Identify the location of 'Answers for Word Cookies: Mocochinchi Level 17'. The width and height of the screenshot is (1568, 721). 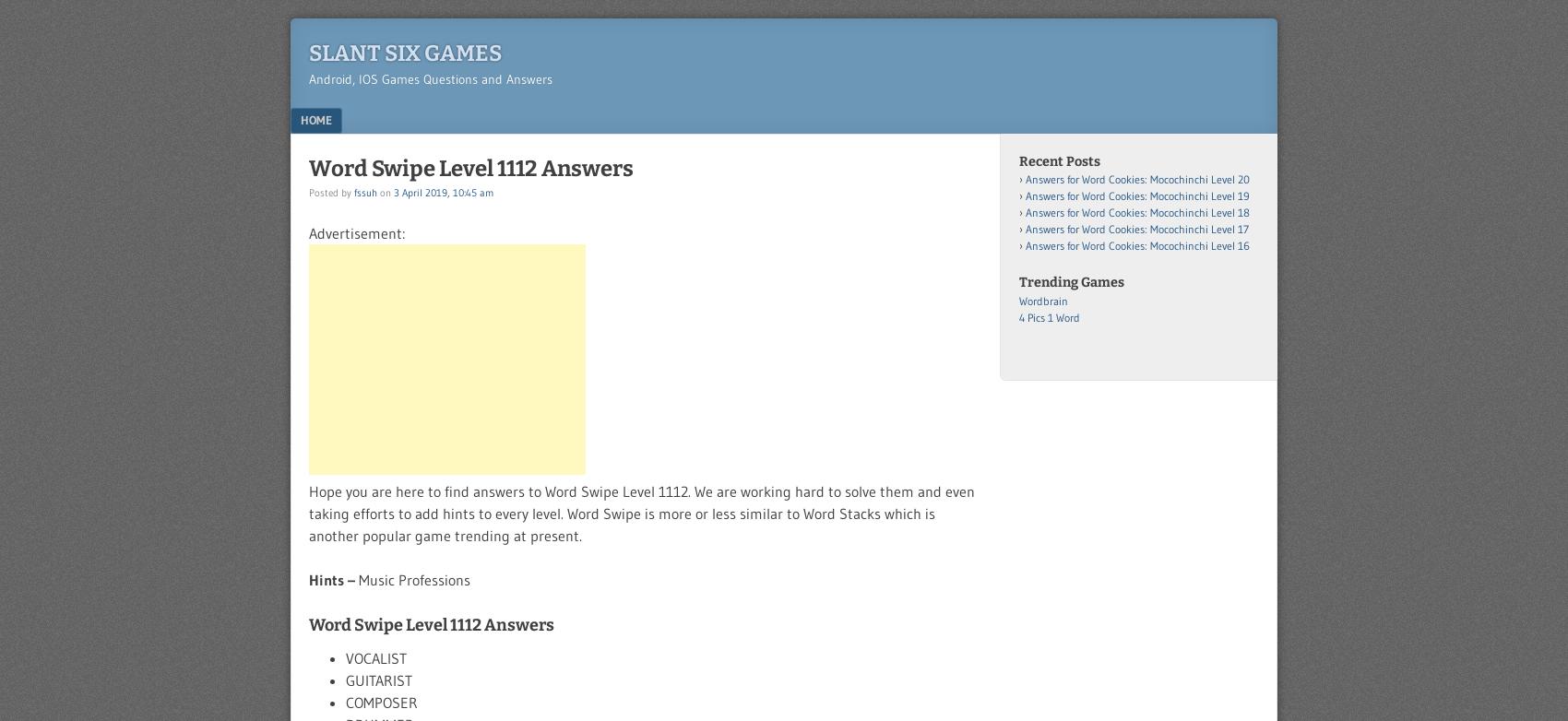
(1136, 228).